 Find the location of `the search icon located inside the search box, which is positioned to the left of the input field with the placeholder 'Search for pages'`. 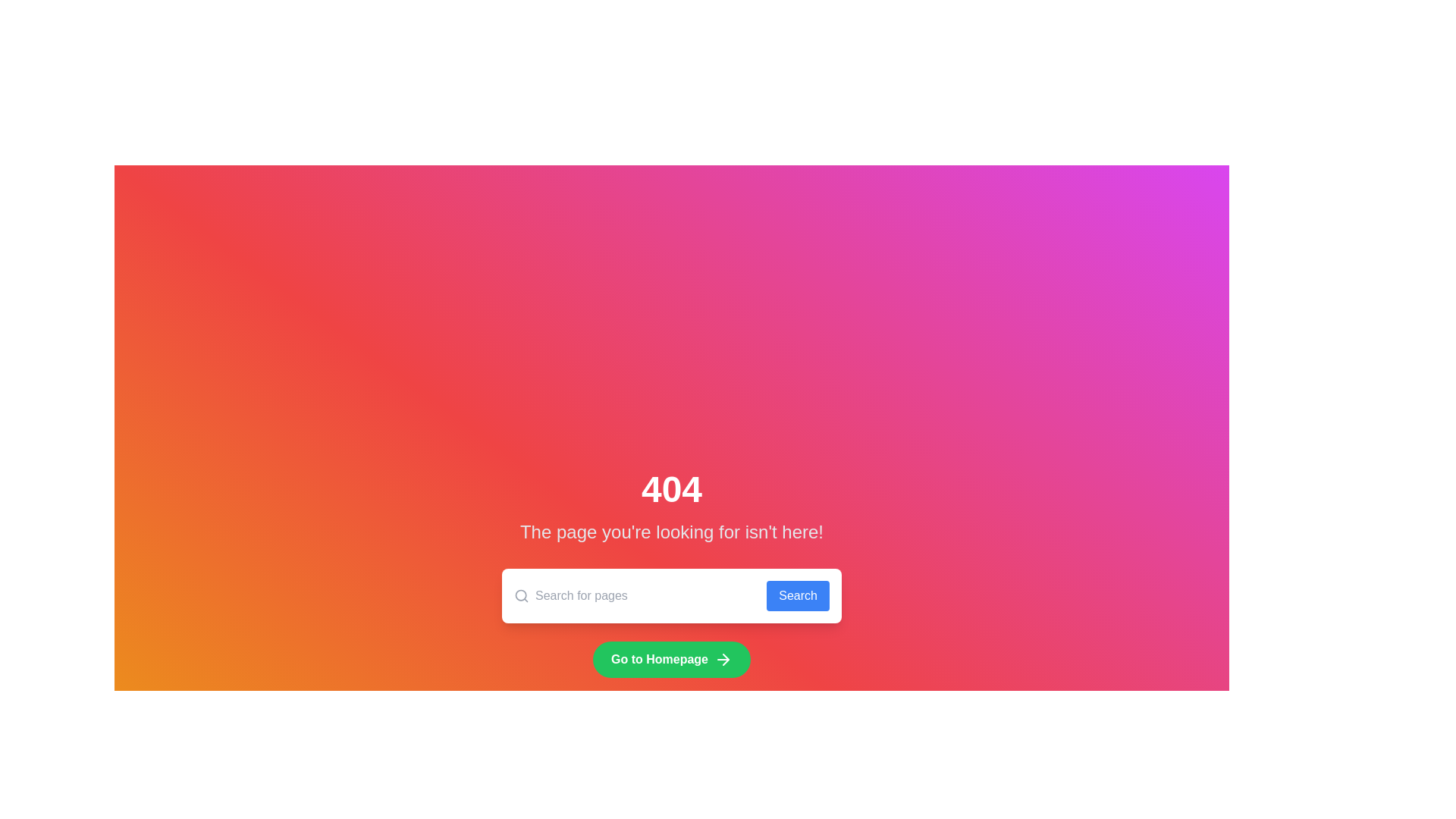

the search icon located inside the search box, which is positioned to the left of the input field with the placeholder 'Search for pages' is located at coordinates (521, 595).